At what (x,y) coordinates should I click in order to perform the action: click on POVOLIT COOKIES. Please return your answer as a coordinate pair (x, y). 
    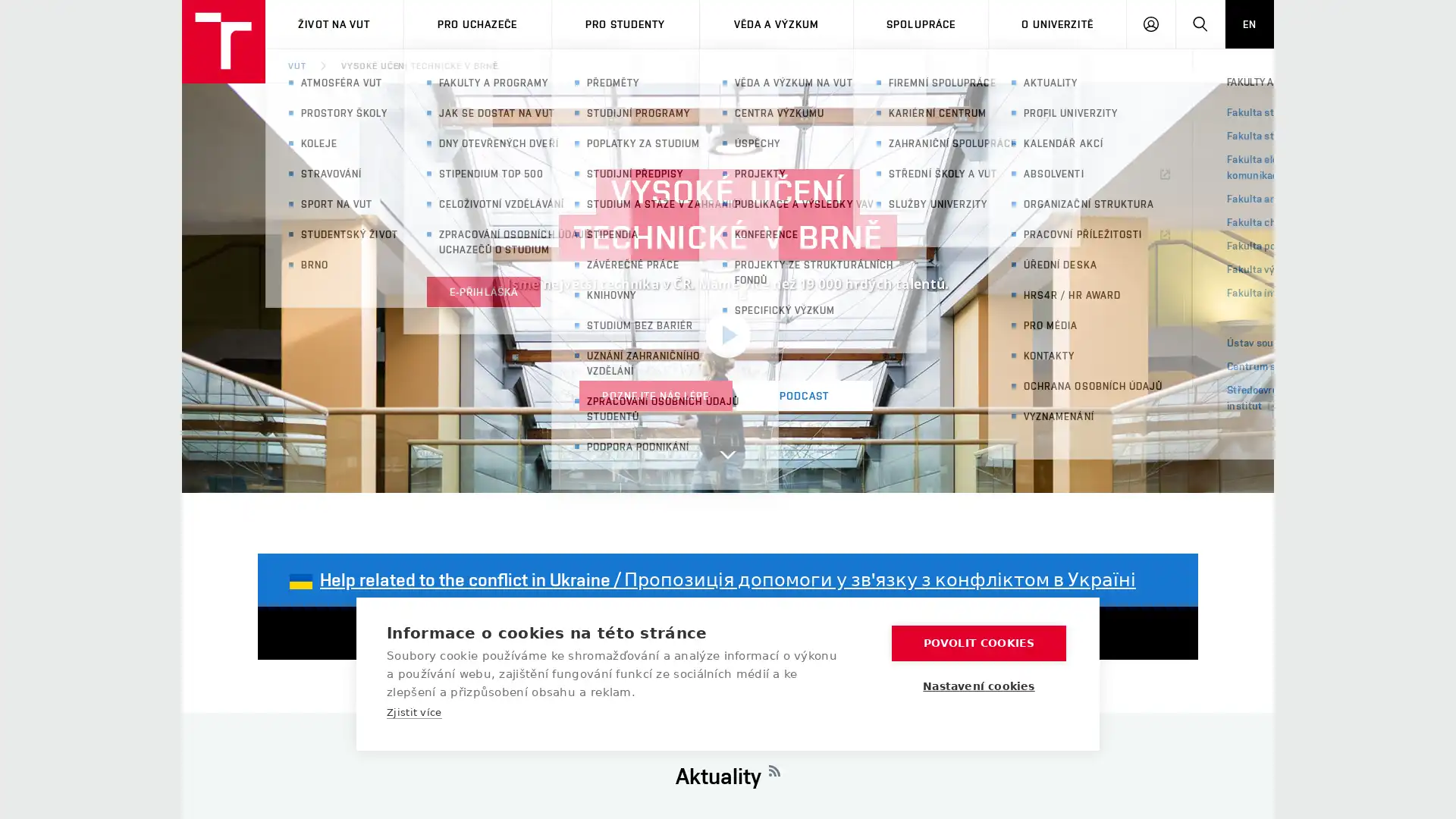
    Looking at the image, I should click on (979, 643).